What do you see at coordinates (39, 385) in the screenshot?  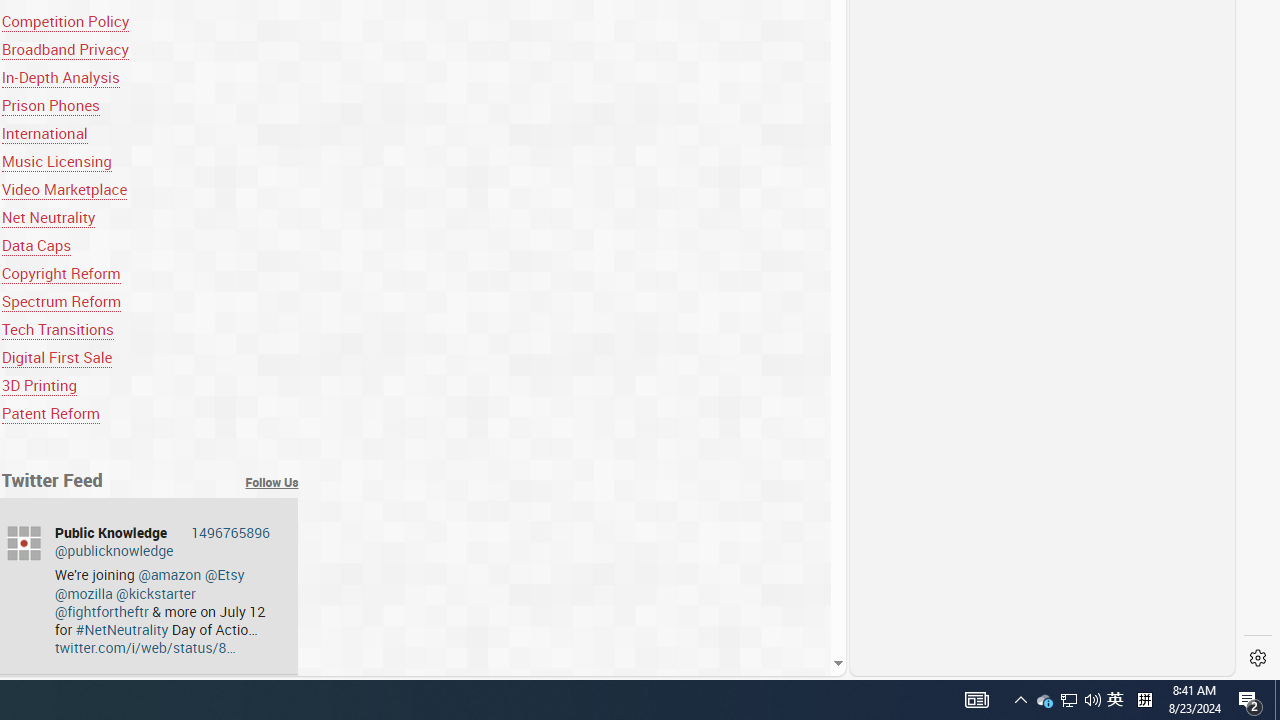 I see `'3D Printing'` at bounding box center [39, 385].